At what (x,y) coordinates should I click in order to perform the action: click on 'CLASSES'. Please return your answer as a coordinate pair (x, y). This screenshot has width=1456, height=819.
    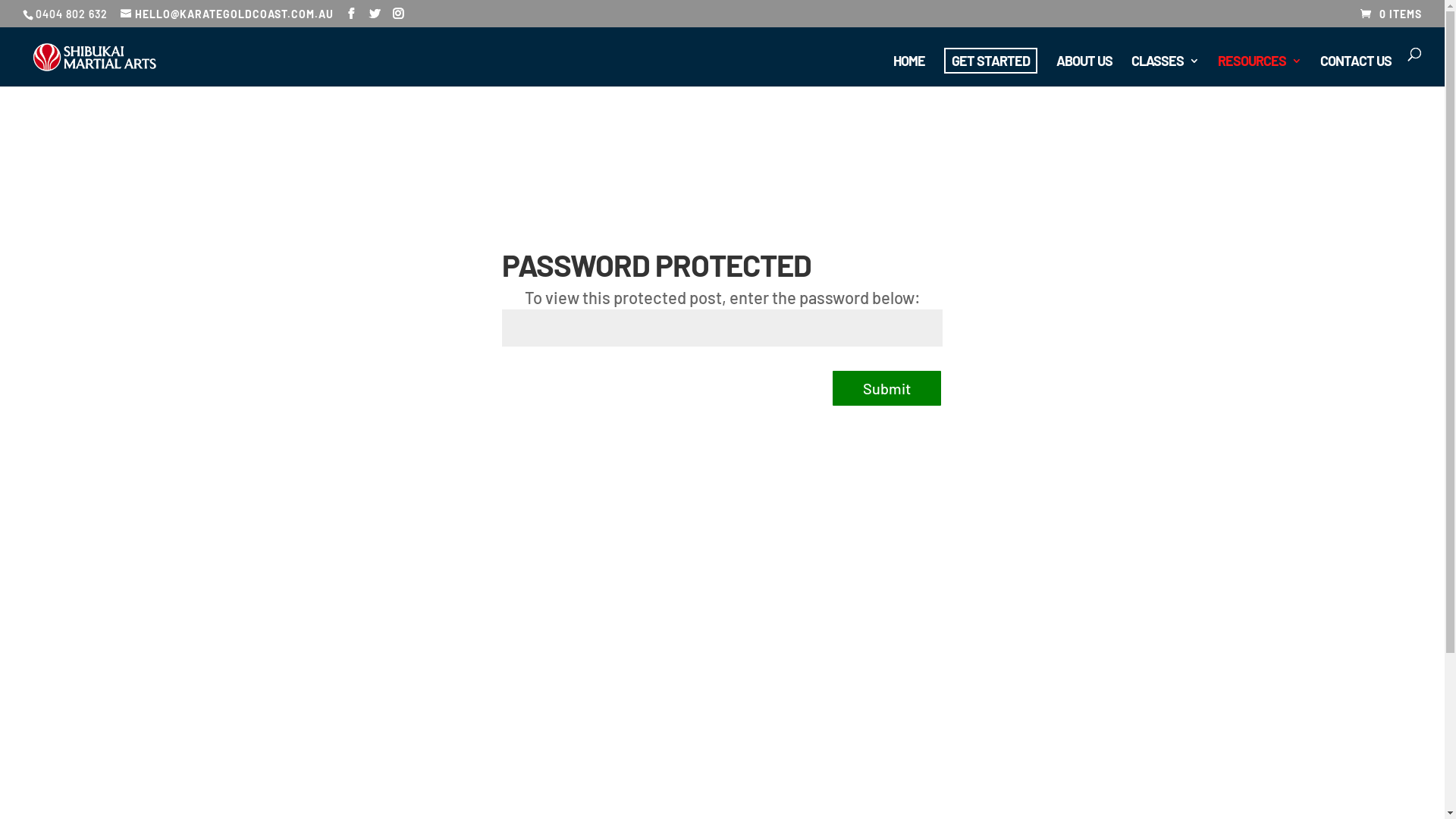
    Looking at the image, I should click on (1164, 71).